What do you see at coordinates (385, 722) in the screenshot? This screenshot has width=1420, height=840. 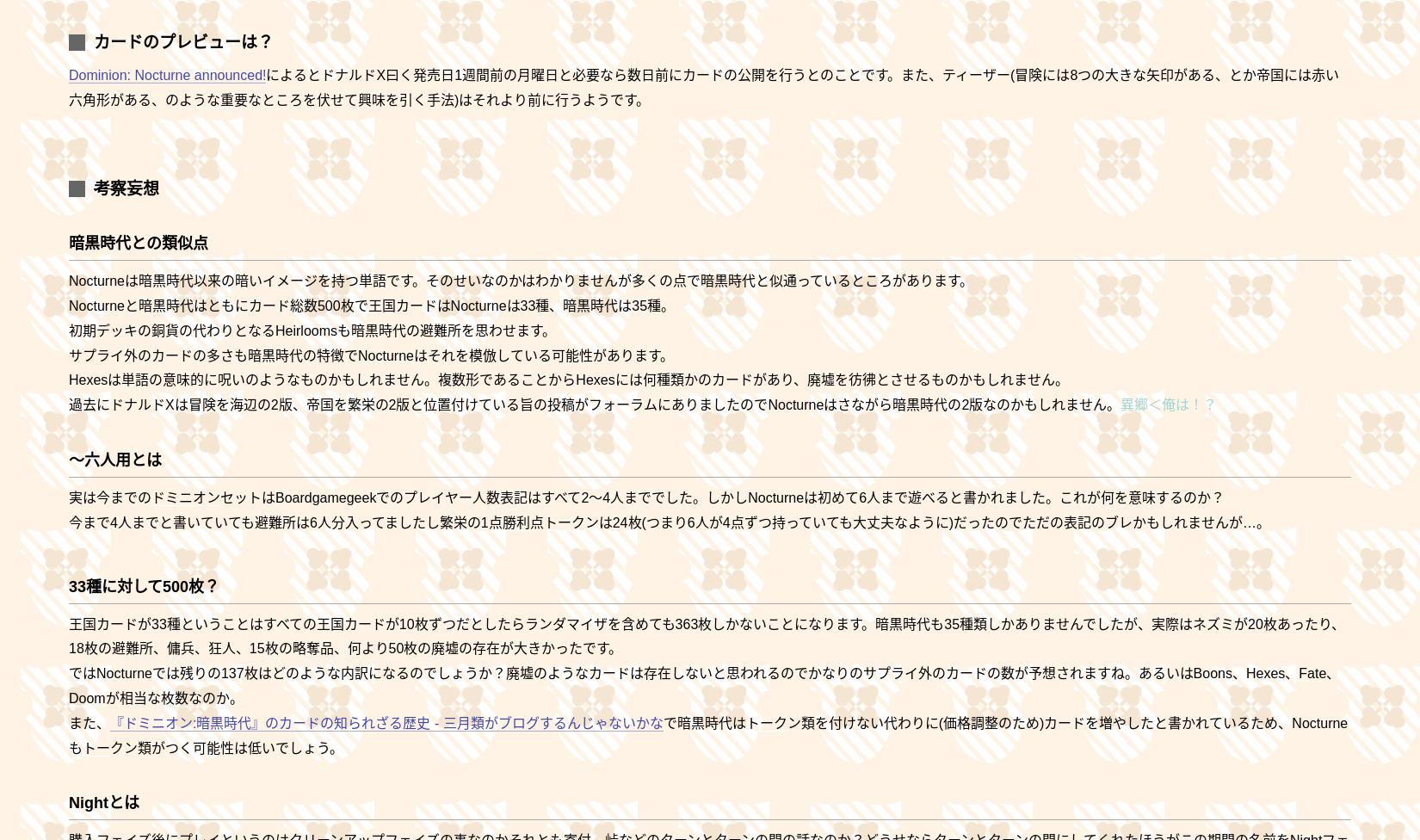 I see `'『ドミニオン:暗黒時代』のカードの知られざる歴史 - 三月類がブログするんじゃないかな'` at bounding box center [385, 722].